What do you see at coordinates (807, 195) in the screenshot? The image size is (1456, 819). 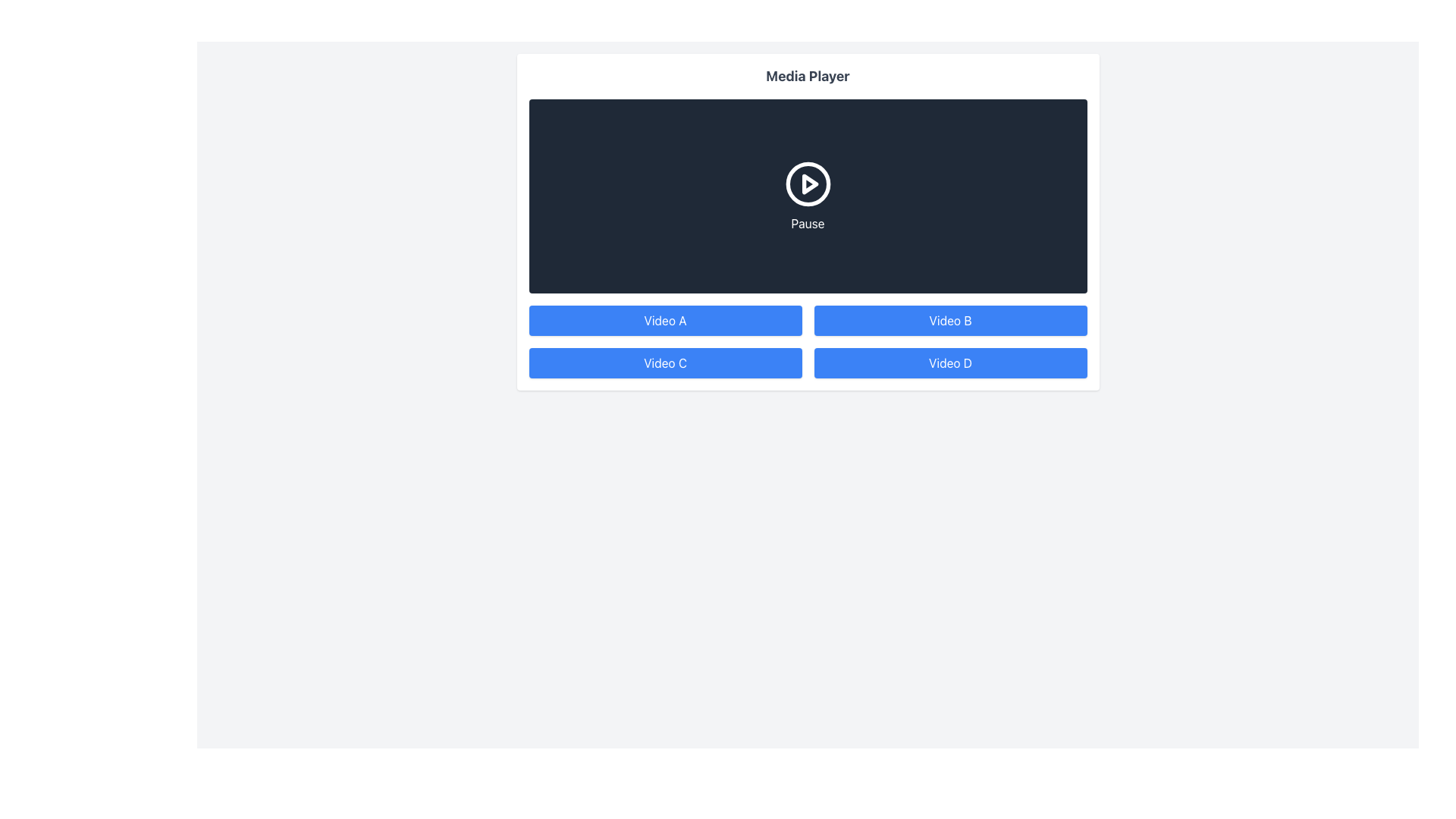 I see `the circular pause button with a white play symbol and the label 'Pause'` at bounding box center [807, 195].